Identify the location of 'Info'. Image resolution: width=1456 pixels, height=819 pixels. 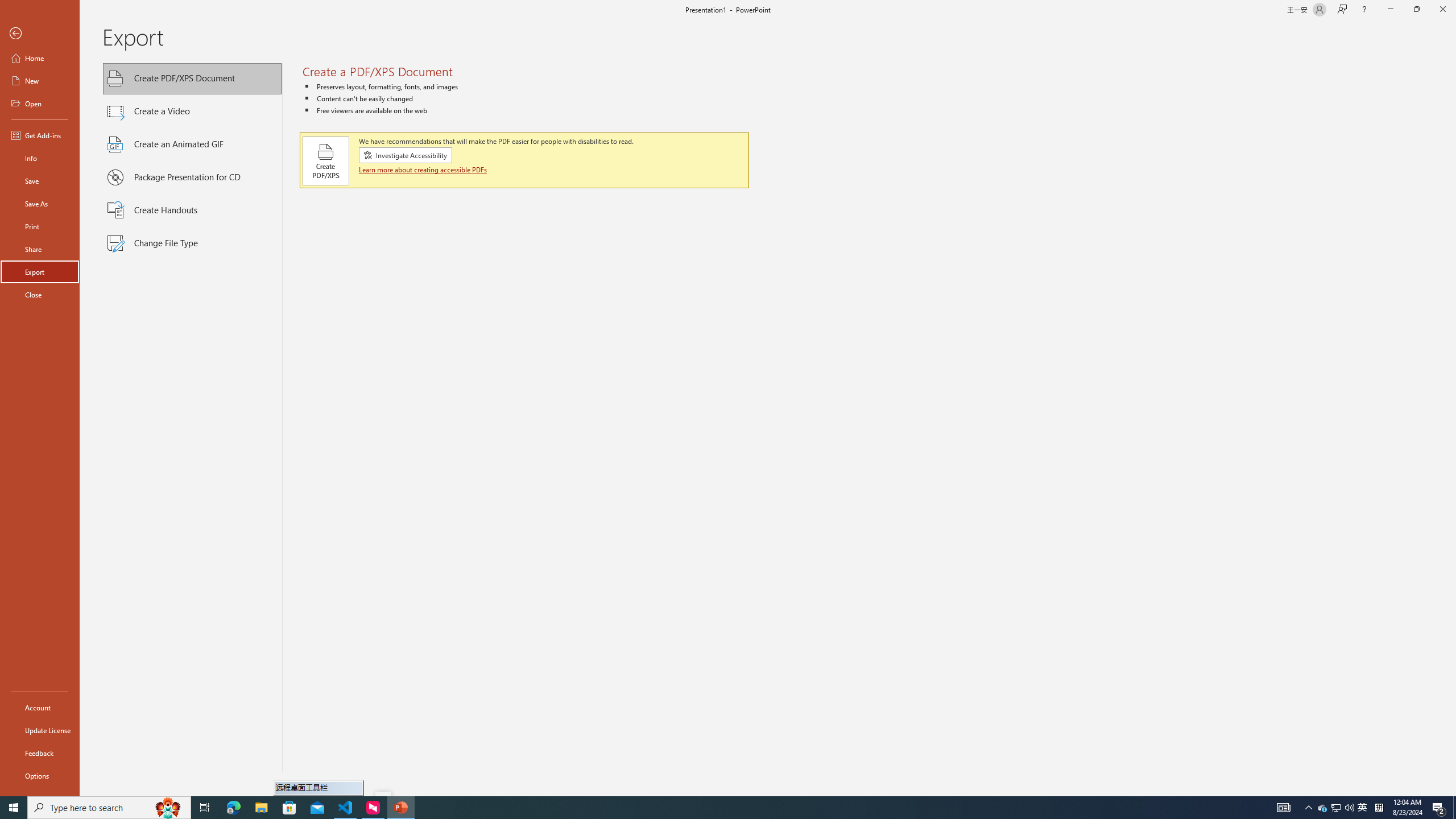
(39, 157).